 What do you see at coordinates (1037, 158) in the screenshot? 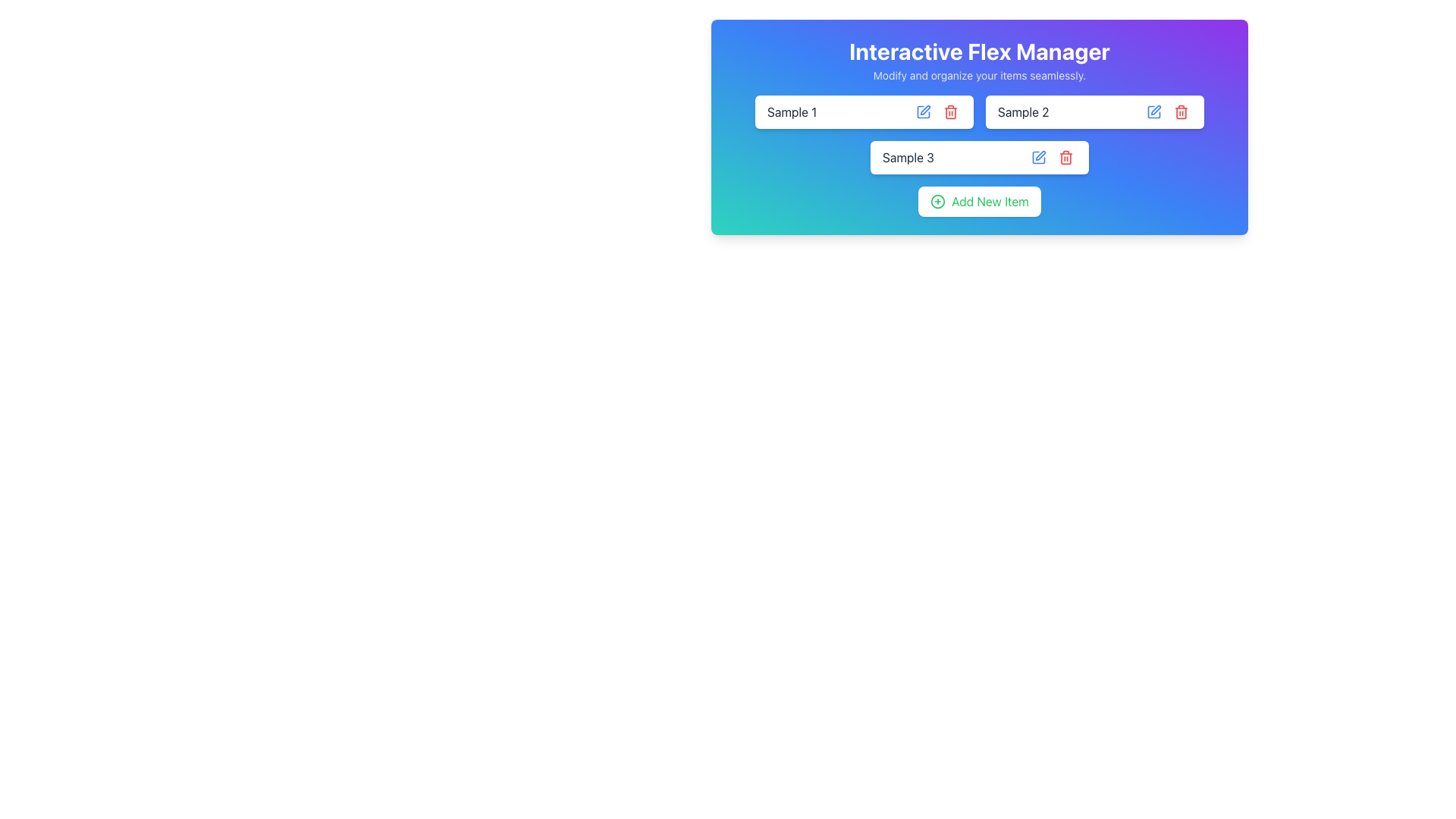
I see `the 'Edit' button icon located within the third row labeled 'Sample 3'` at bounding box center [1037, 158].